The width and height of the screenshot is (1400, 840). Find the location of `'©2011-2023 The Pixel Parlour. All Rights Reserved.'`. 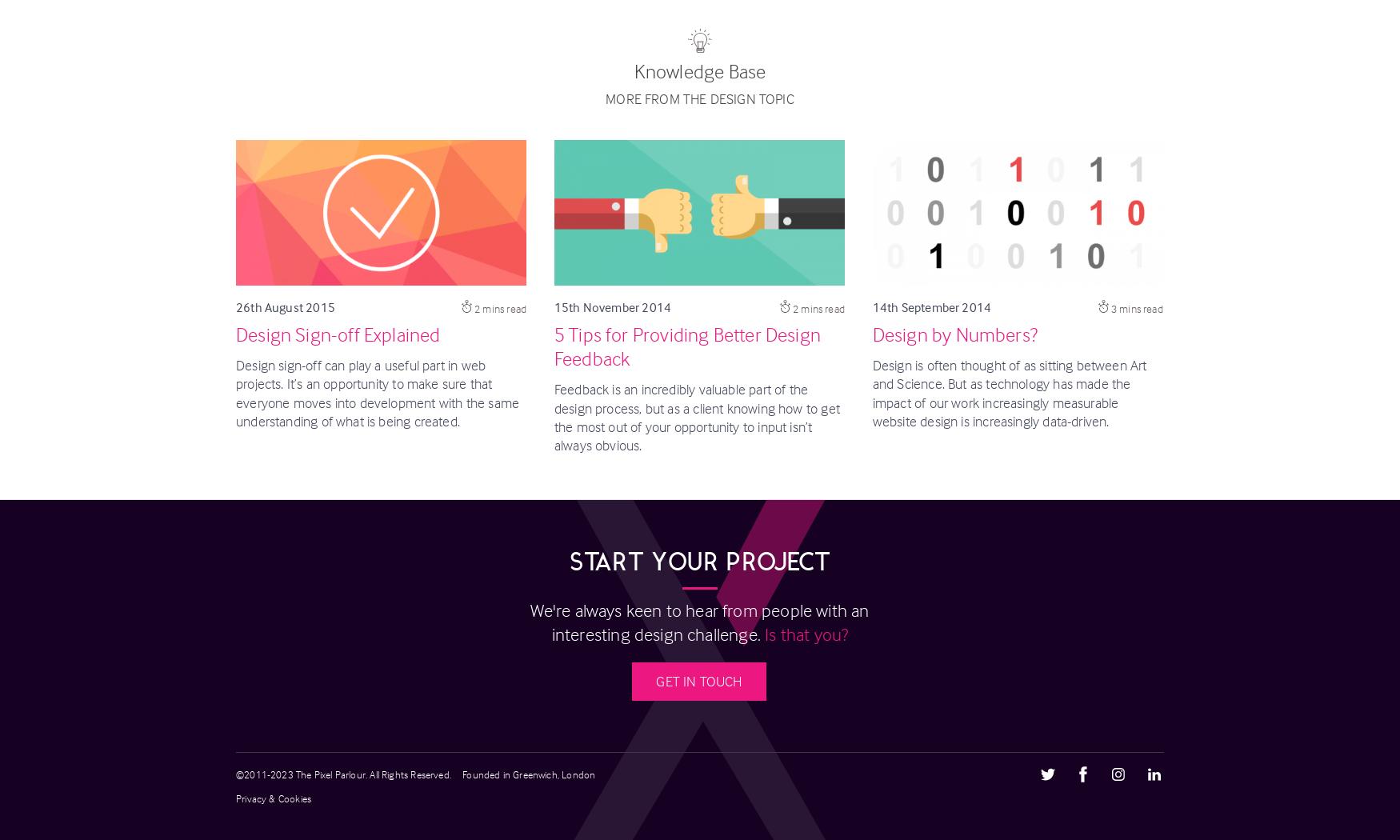

'©2011-2023 The Pixel Parlour. All Rights Reserved.' is located at coordinates (235, 773).